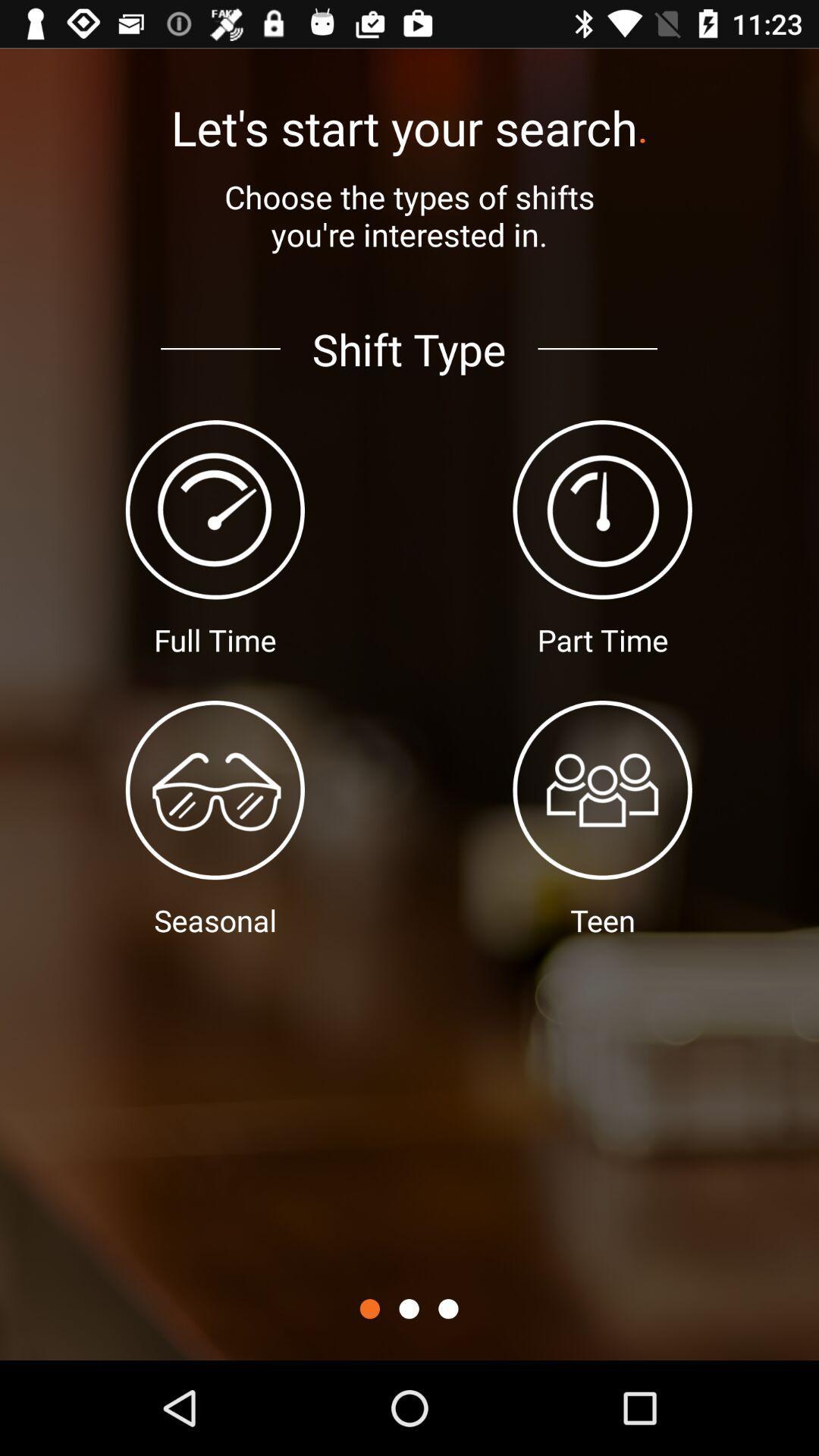  I want to click on last page, so click(447, 1308).